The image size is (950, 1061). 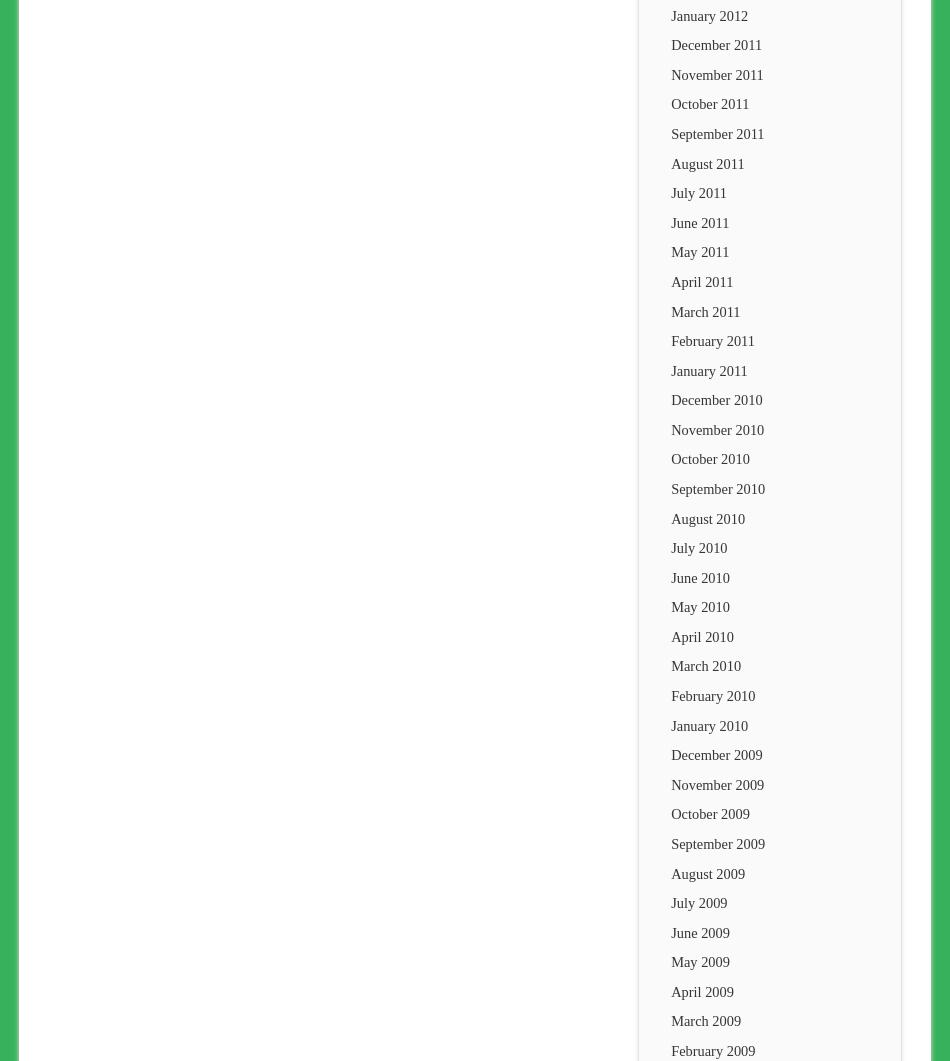 I want to click on 'February 2010', so click(x=712, y=695).